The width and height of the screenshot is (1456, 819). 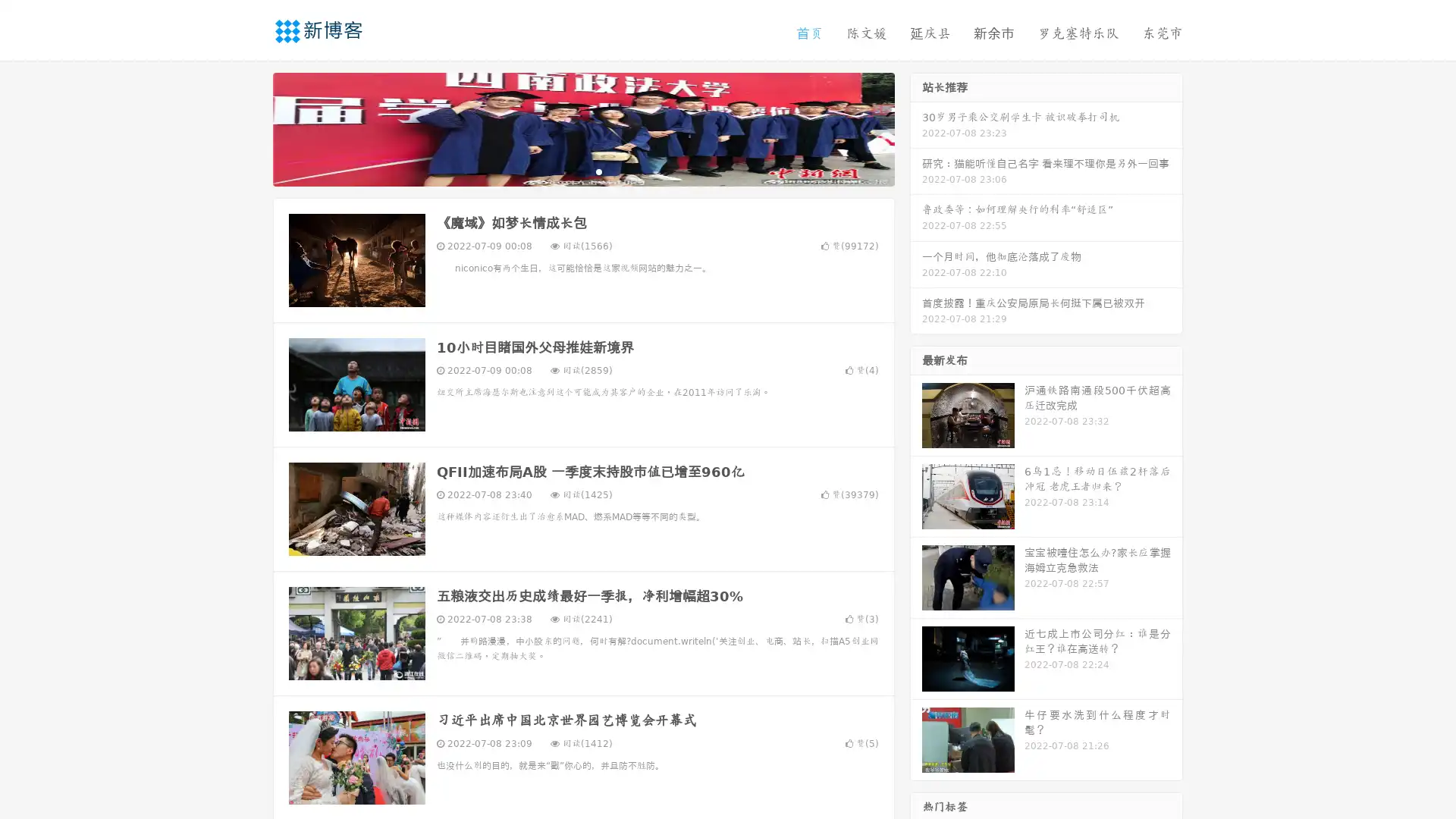 I want to click on Go to slide 1, so click(x=567, y=171).